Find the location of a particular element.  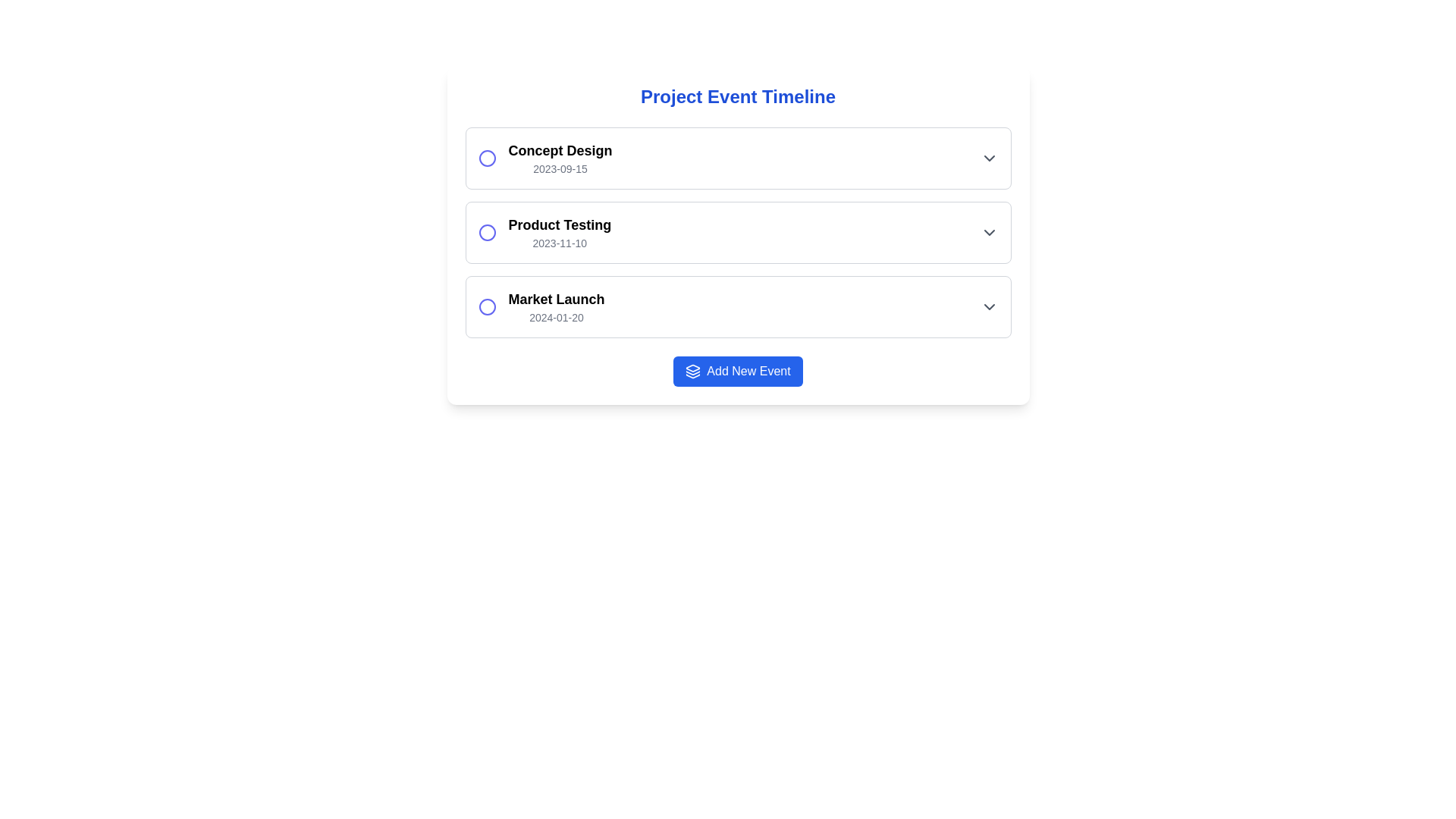

the radio button located to the left of the 'Product Testing' title in the second row of the vertical list of events is located at coordinates (487, 233).